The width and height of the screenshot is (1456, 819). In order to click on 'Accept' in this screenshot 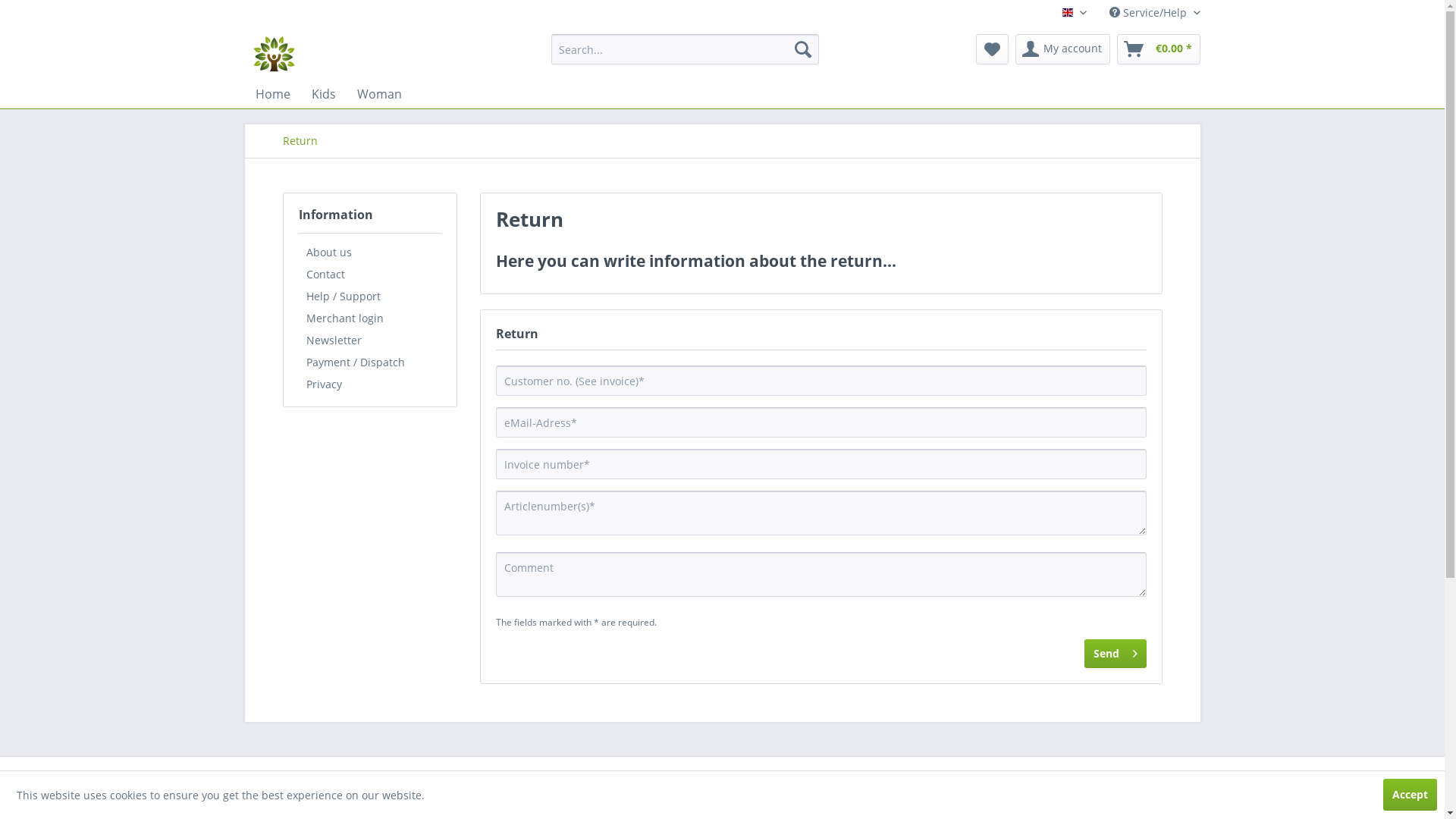, I will do `click(1409, 794)`.